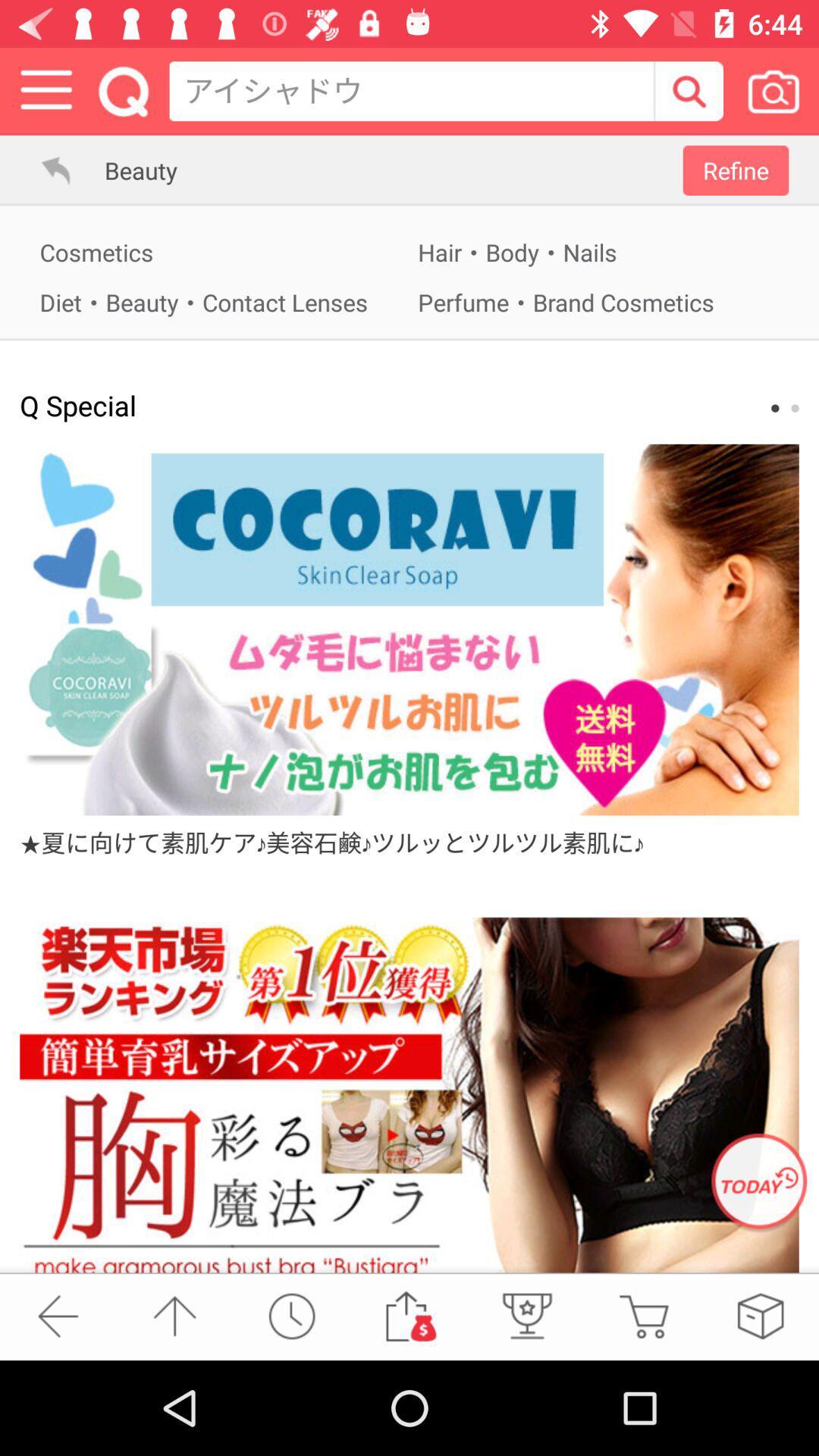 This screenshot has width=819, height=1456. I want to click on the menu bar, so click(45, 90).